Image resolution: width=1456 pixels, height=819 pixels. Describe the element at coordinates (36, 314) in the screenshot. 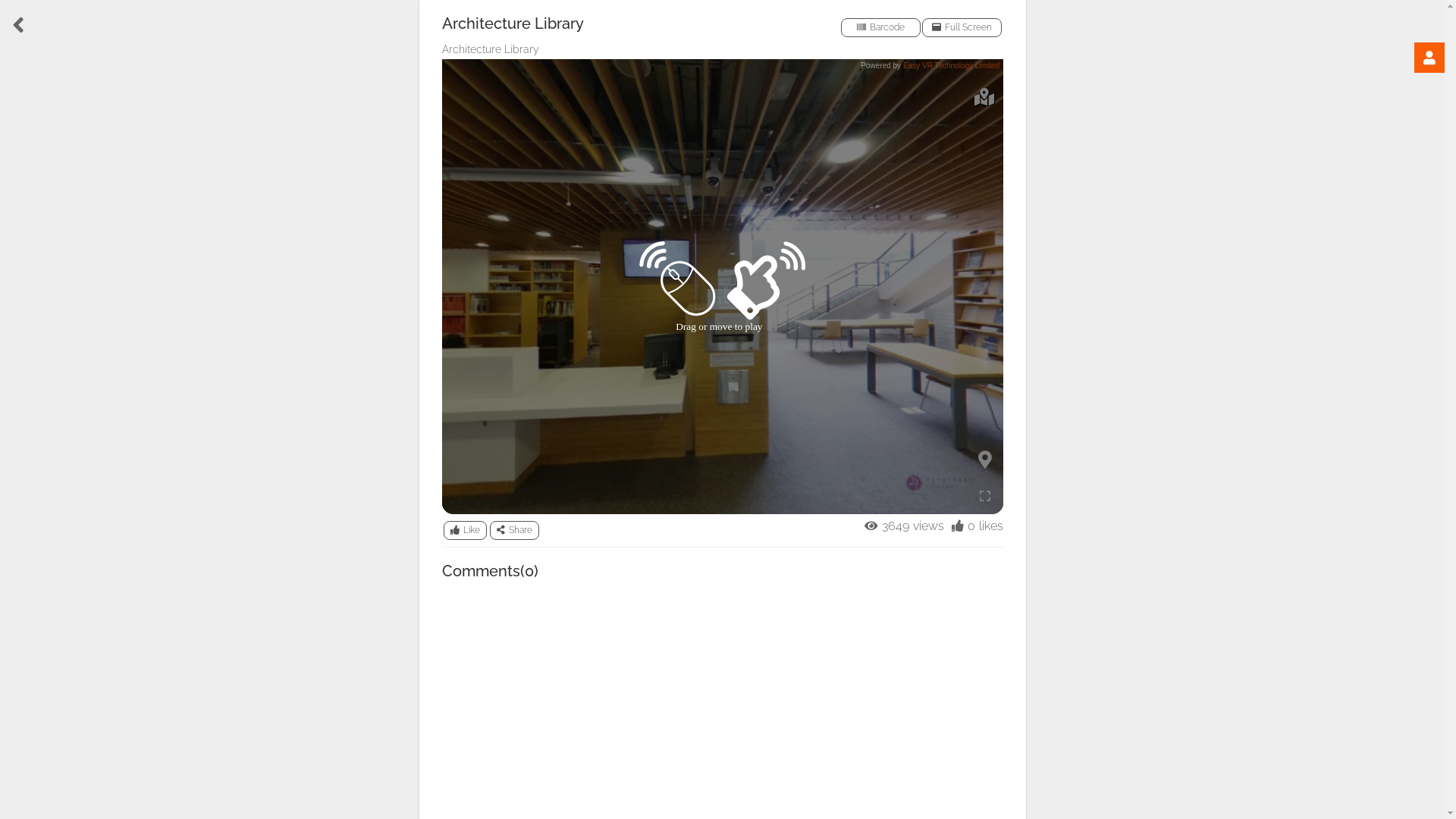

I see `'PROPERTY'` at that location.